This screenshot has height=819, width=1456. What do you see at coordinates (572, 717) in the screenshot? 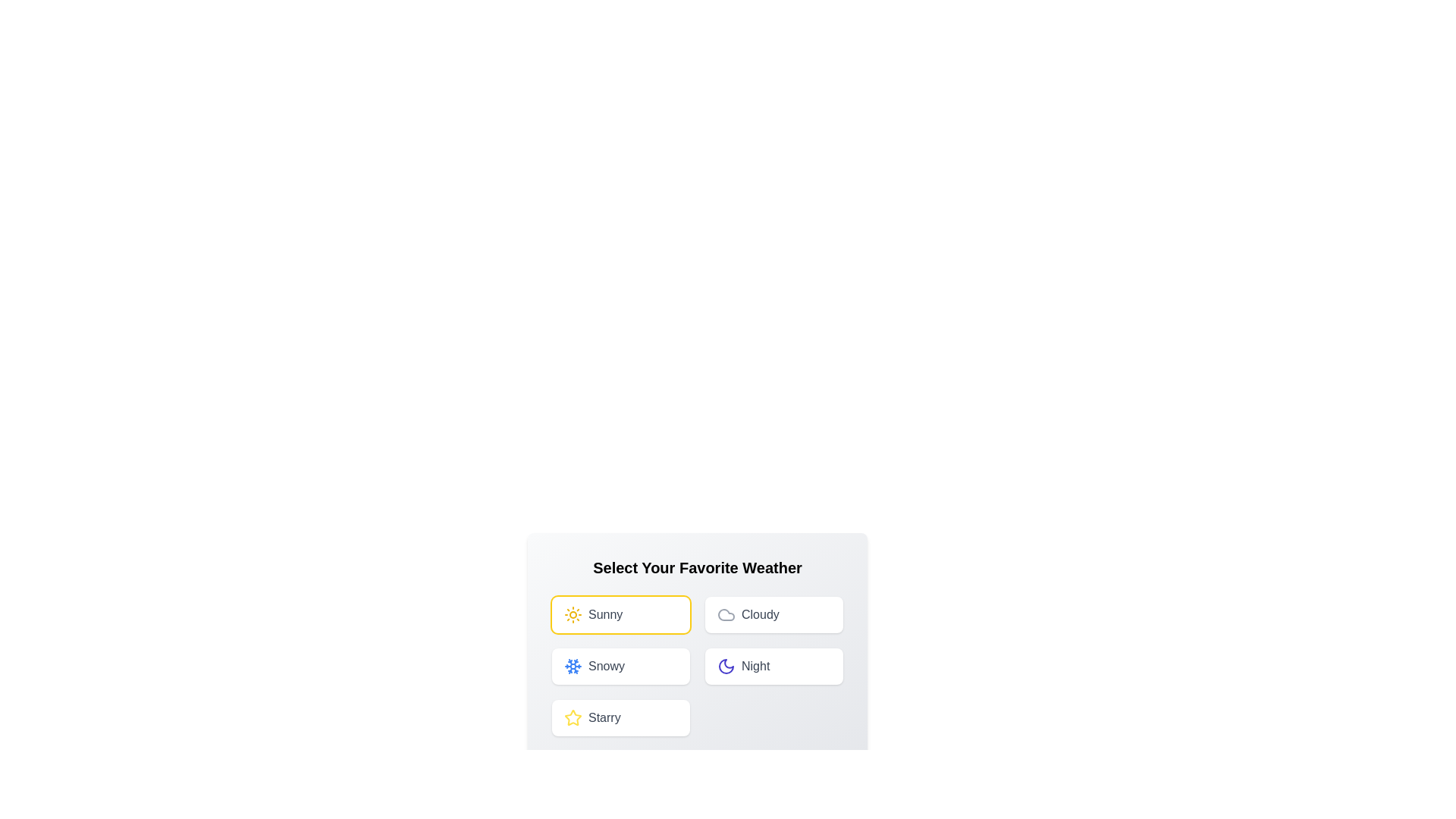
I see `the 'Starry' weather condition icon located at the bottom right corner of the selection module` at bounding box center [572, 717].